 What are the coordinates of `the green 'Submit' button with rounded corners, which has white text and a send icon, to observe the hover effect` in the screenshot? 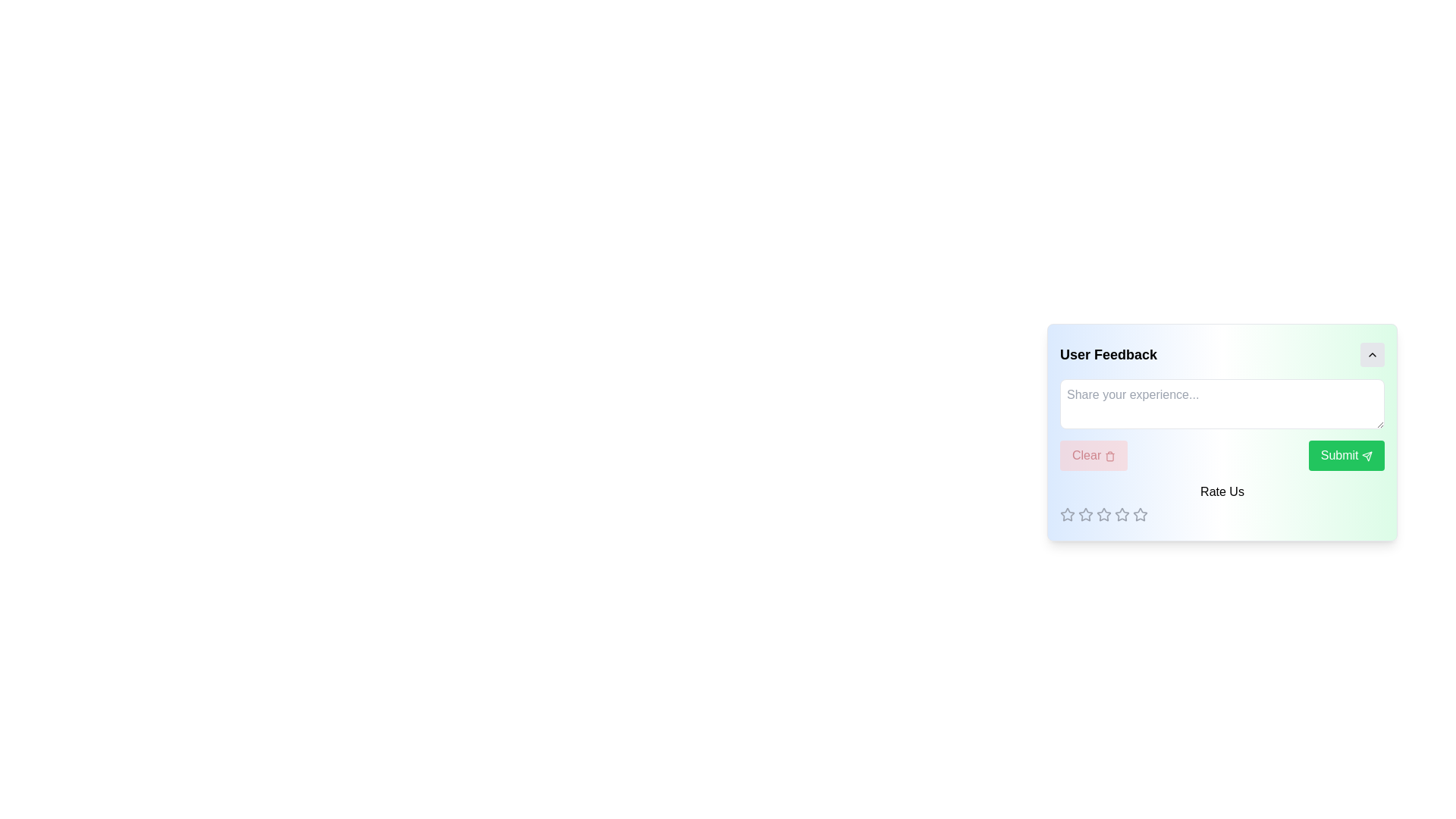 It's located at (1346, 455).